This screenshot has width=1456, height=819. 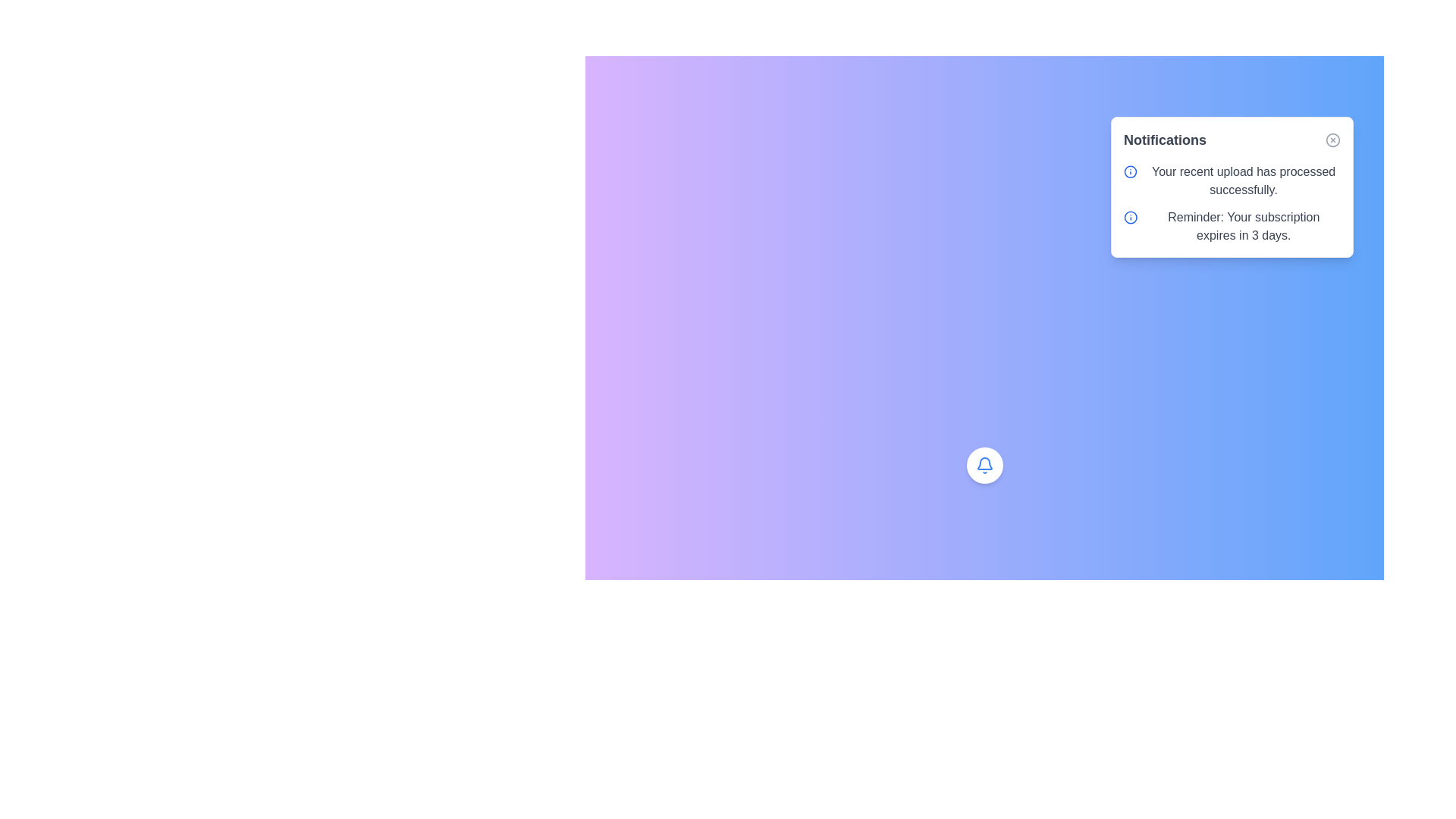 I want to click on the circular close button with an 'X' mark inside, located at the top-right corner of the notification card, so click(x=1332, y=140).